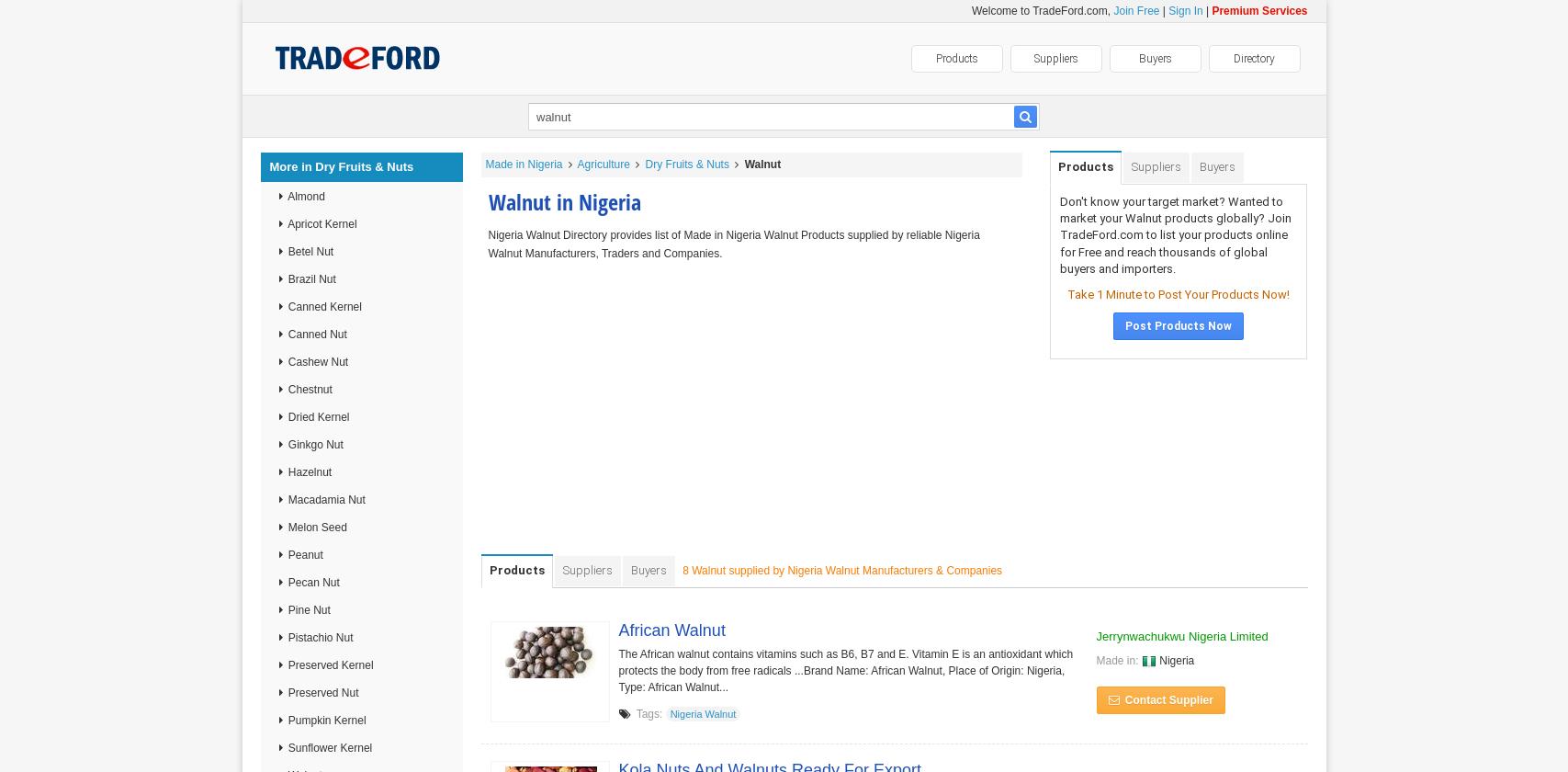  I want to click on 'Brazil Nut', so click(310, 278).